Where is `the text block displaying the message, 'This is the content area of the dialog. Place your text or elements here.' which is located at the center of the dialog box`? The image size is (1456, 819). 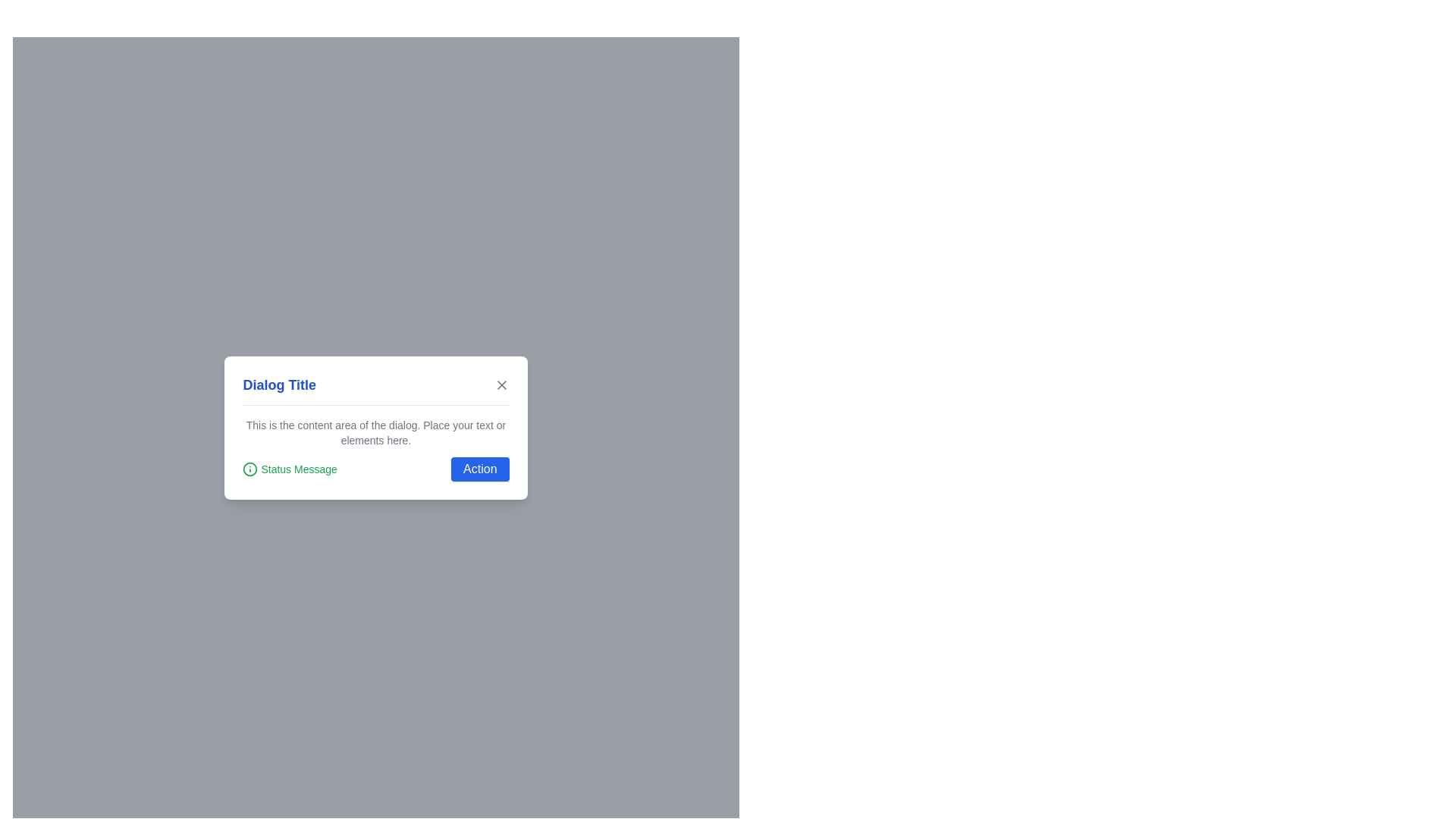
the text block displaying the message, 'This is the content area of the dialog. Place your text or elements here.' which is located at the center of the dialog box is located at coordinates (375, 432).